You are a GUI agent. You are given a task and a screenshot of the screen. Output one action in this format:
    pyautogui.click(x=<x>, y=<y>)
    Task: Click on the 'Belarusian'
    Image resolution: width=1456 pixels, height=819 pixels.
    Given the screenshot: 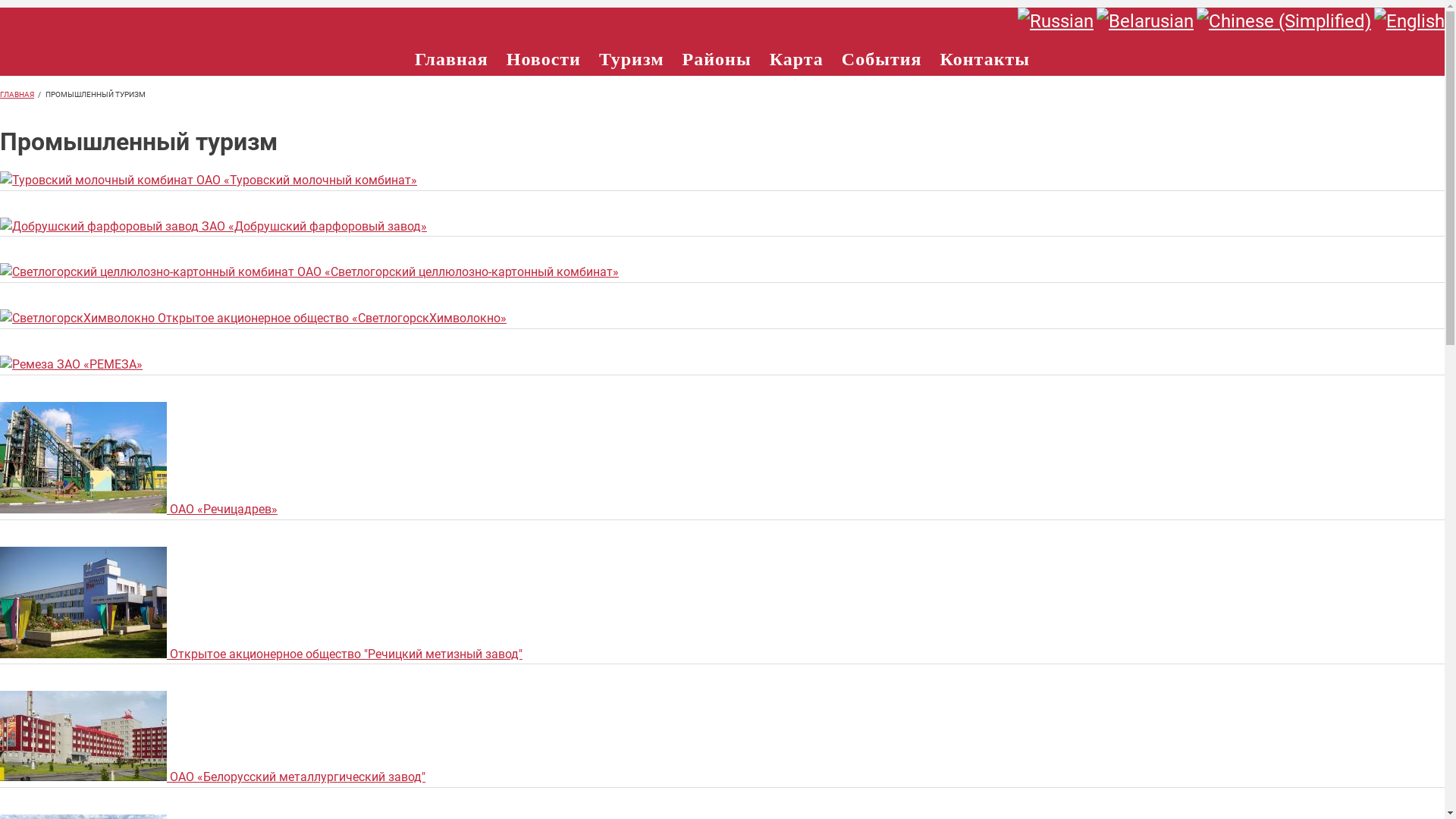 What is the action you would take?
    pyautogui.click(x=1145, y=20)
    